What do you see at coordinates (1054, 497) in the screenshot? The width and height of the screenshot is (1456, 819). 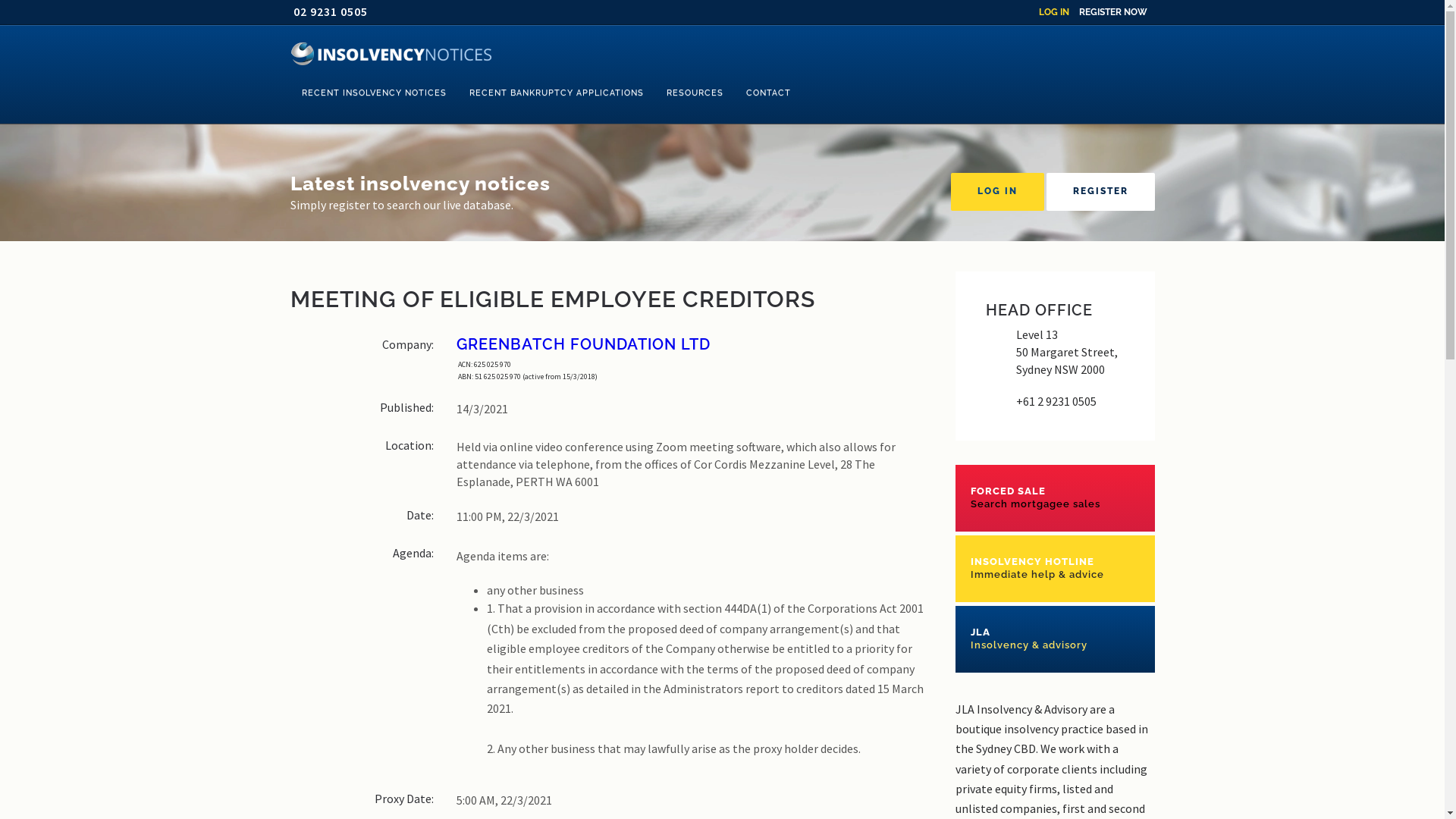 I see `'FORCED SALE` at bounding box center [1054, 497].